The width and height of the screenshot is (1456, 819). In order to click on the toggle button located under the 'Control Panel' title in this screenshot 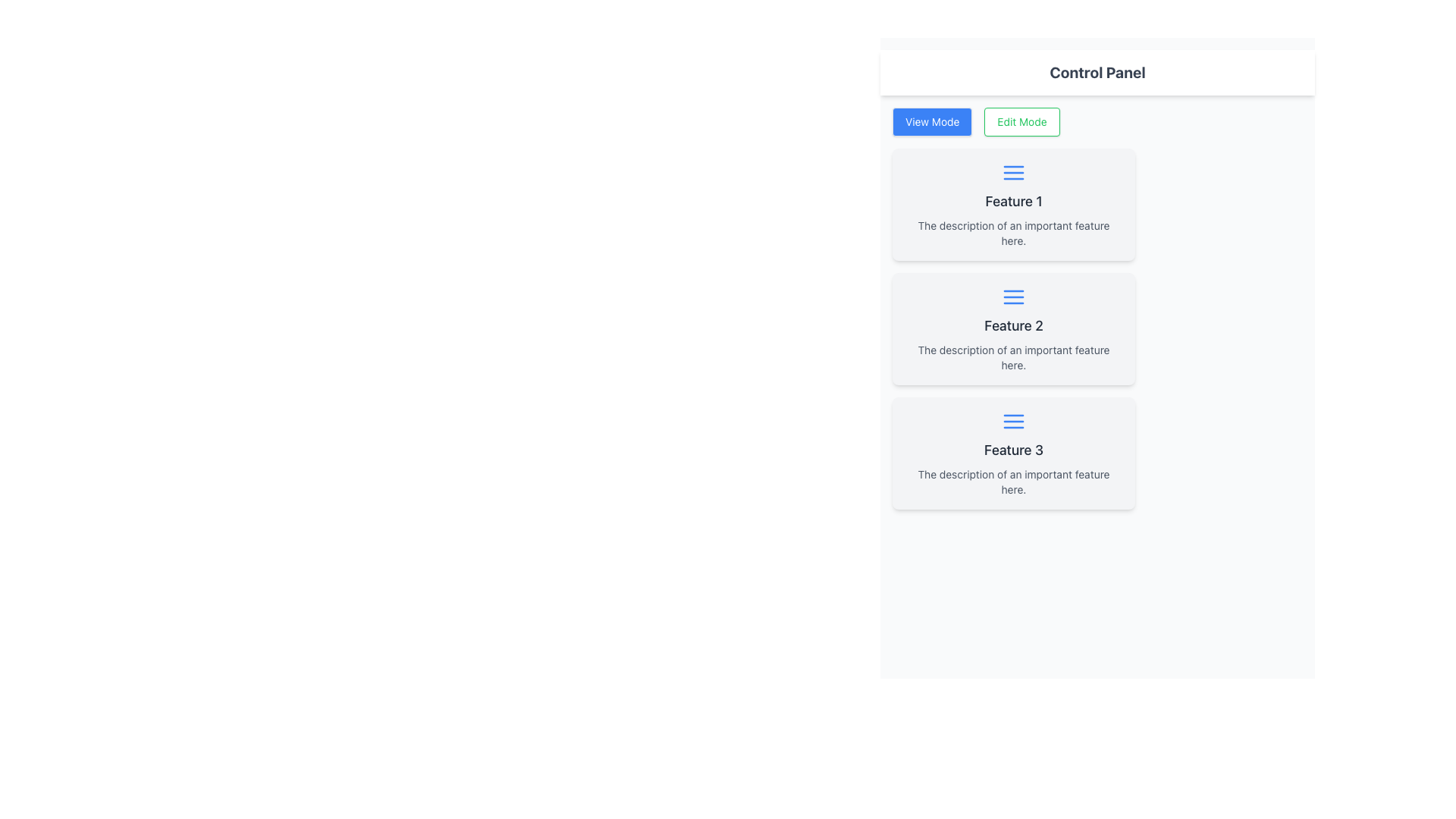, I will do `click(931, 121)`.